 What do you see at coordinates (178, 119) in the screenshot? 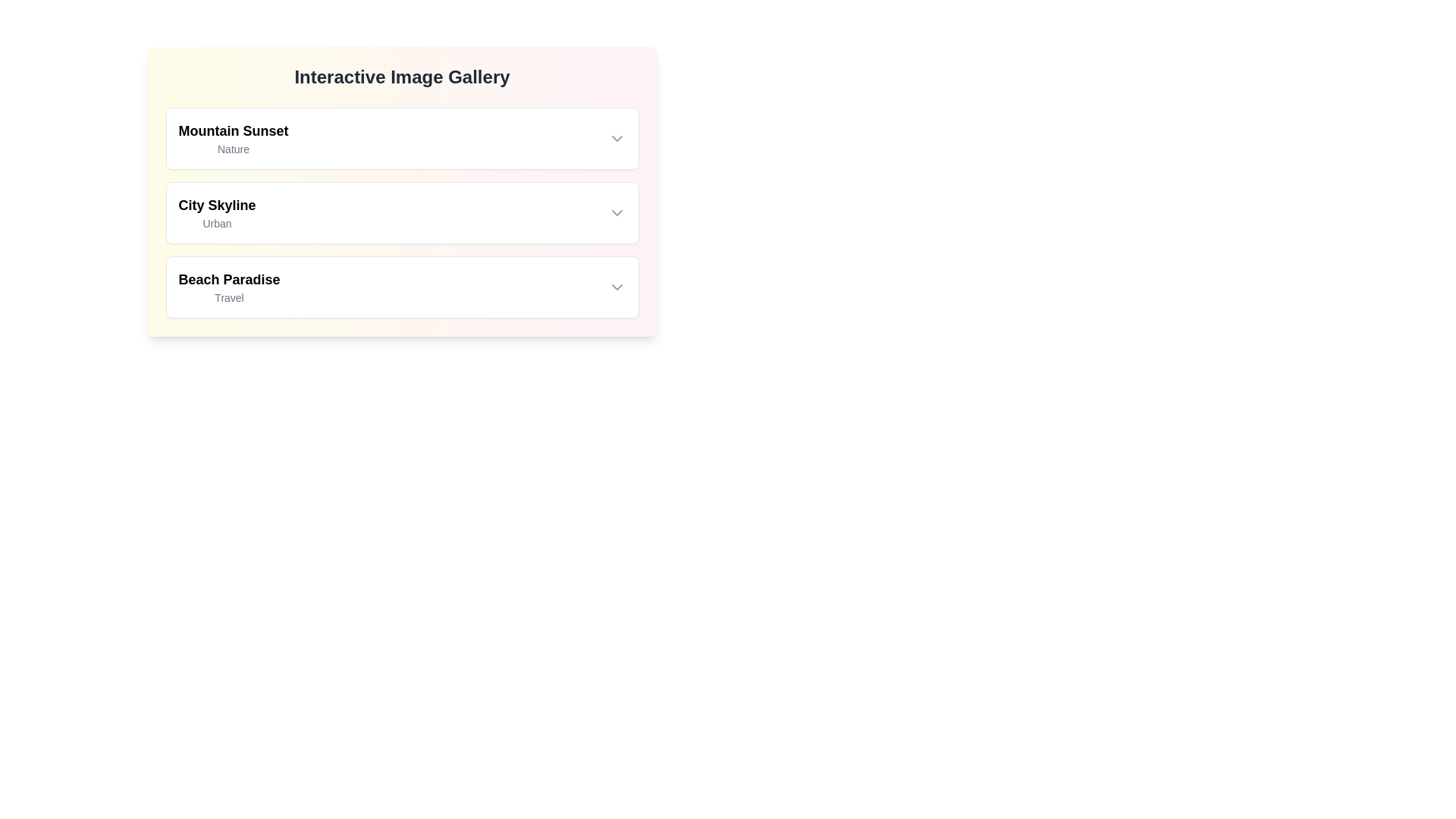
I see `the text 'Mountain Sunset' by dragging the mouse over it` at bounding box center [178, 119].